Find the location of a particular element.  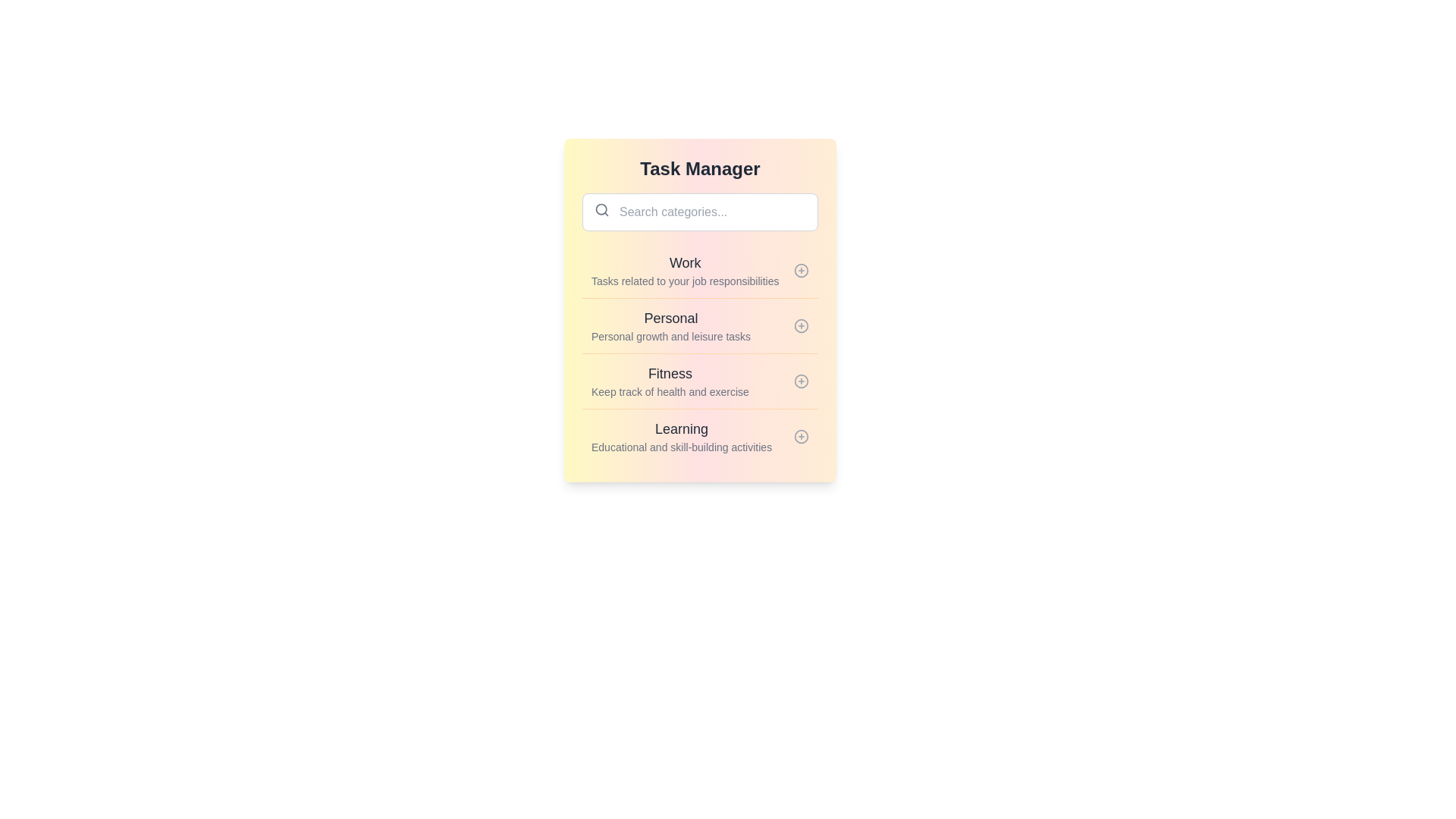

the innermost circular part of the 'plus' icon associated with the 'Learning' category in the list is located at coordinates (800, 436).